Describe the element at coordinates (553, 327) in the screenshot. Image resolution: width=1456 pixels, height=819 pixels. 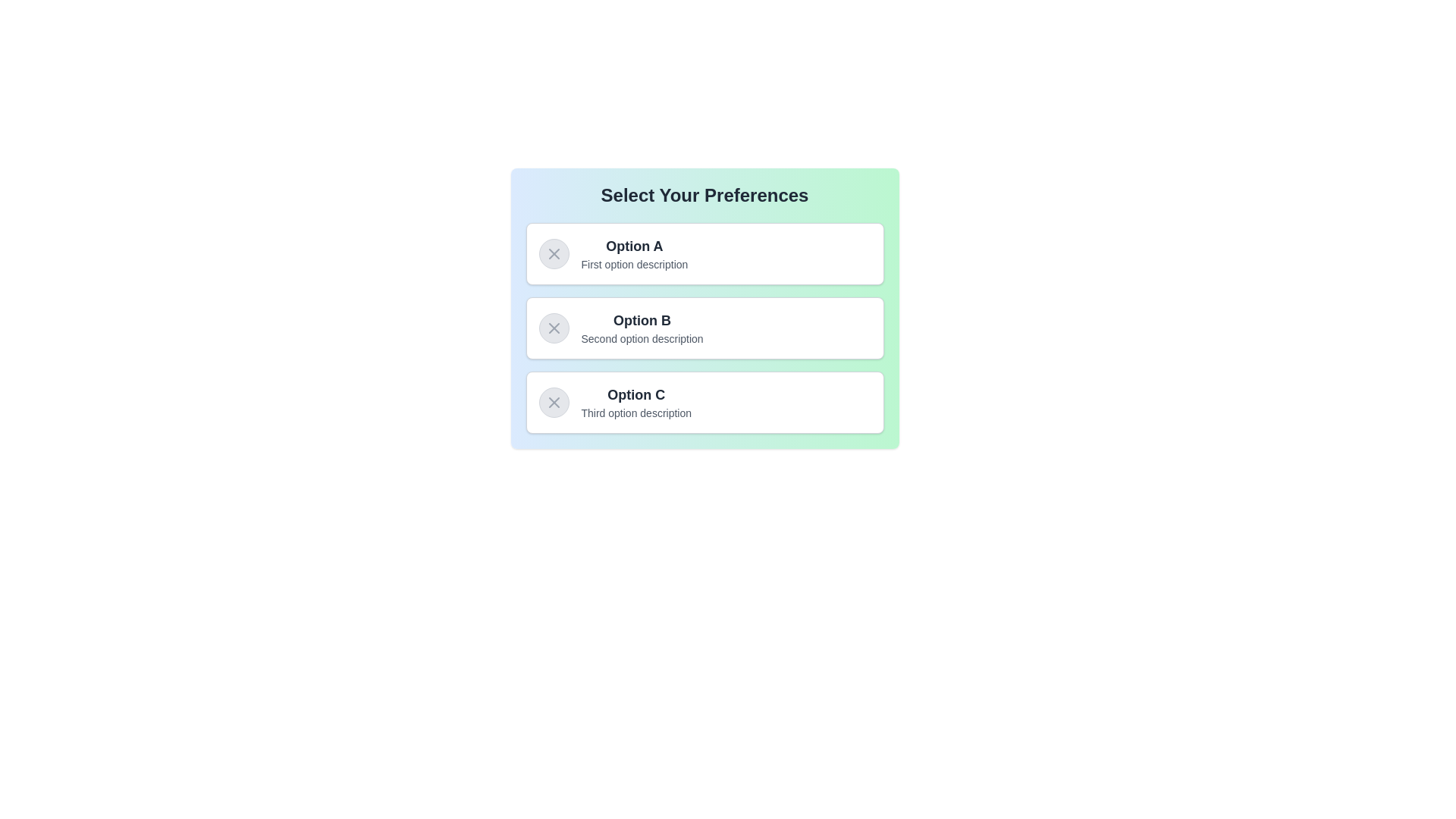
I see `the dismiss button with a cross icon located to the left of the 'Option B' text label in the second row of the vertically stacked card interface` at that location.